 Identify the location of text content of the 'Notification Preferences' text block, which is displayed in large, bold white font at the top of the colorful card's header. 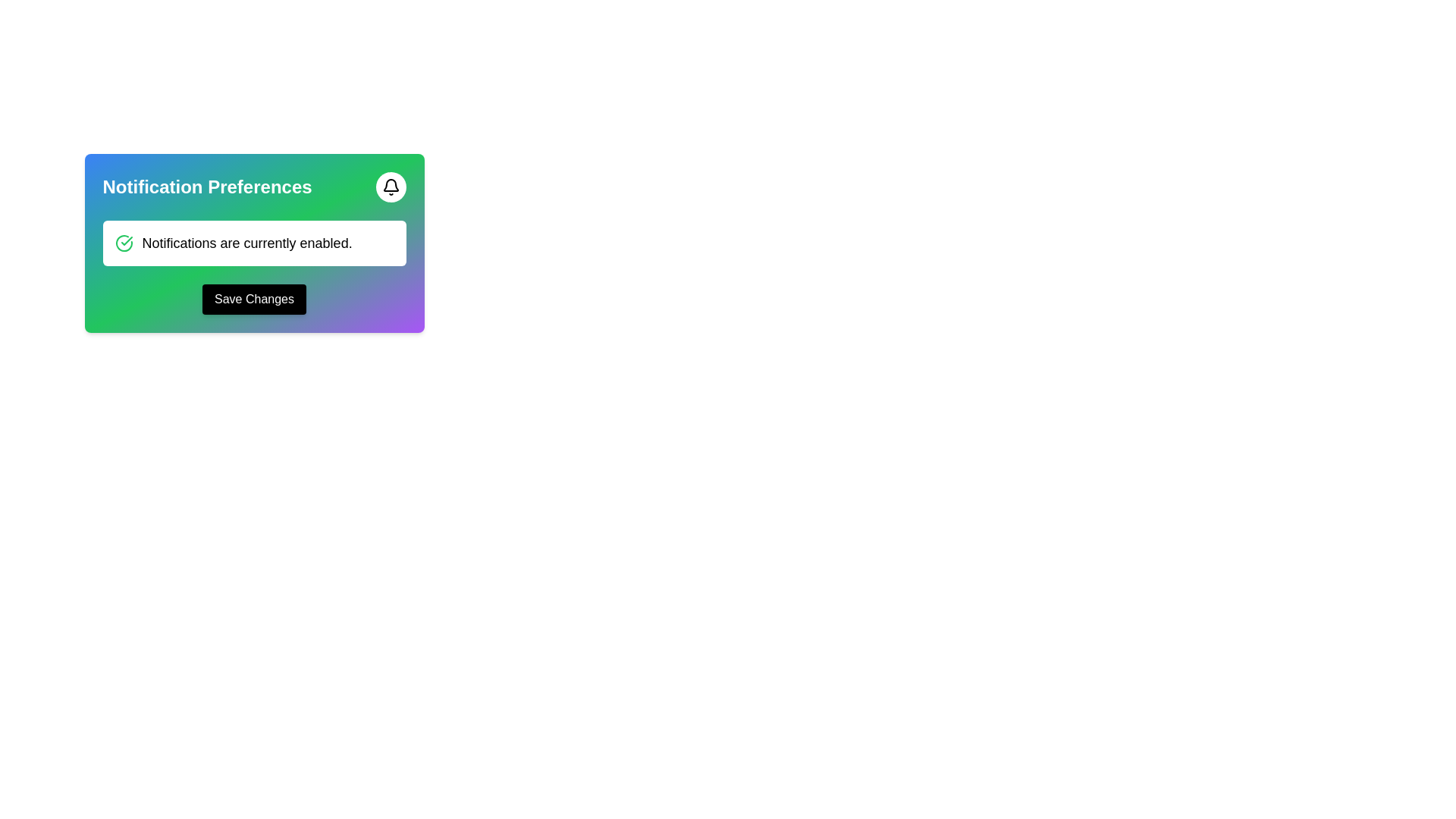
(254, 186).